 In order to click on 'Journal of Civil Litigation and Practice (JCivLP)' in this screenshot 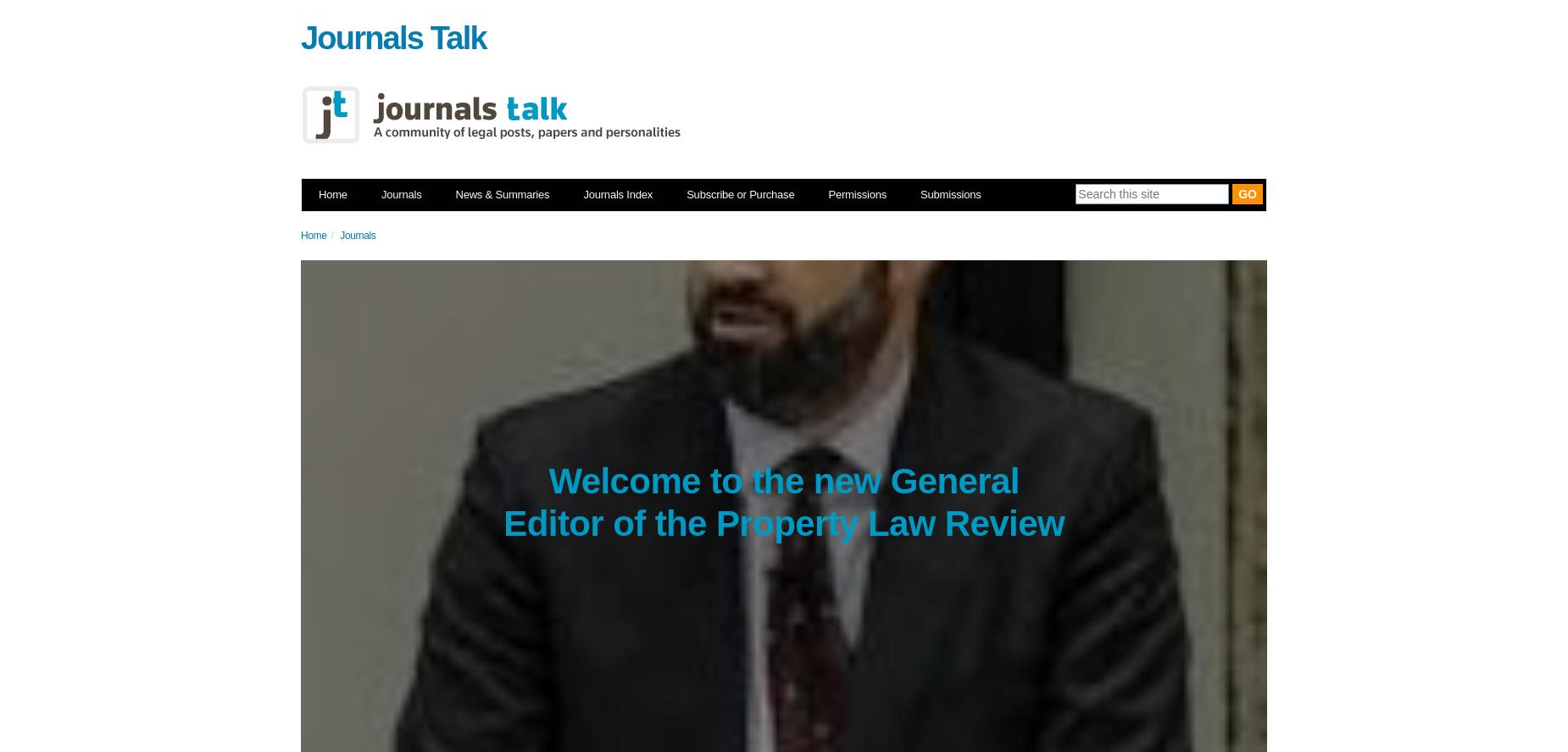, I will do `click(620, 712)`.